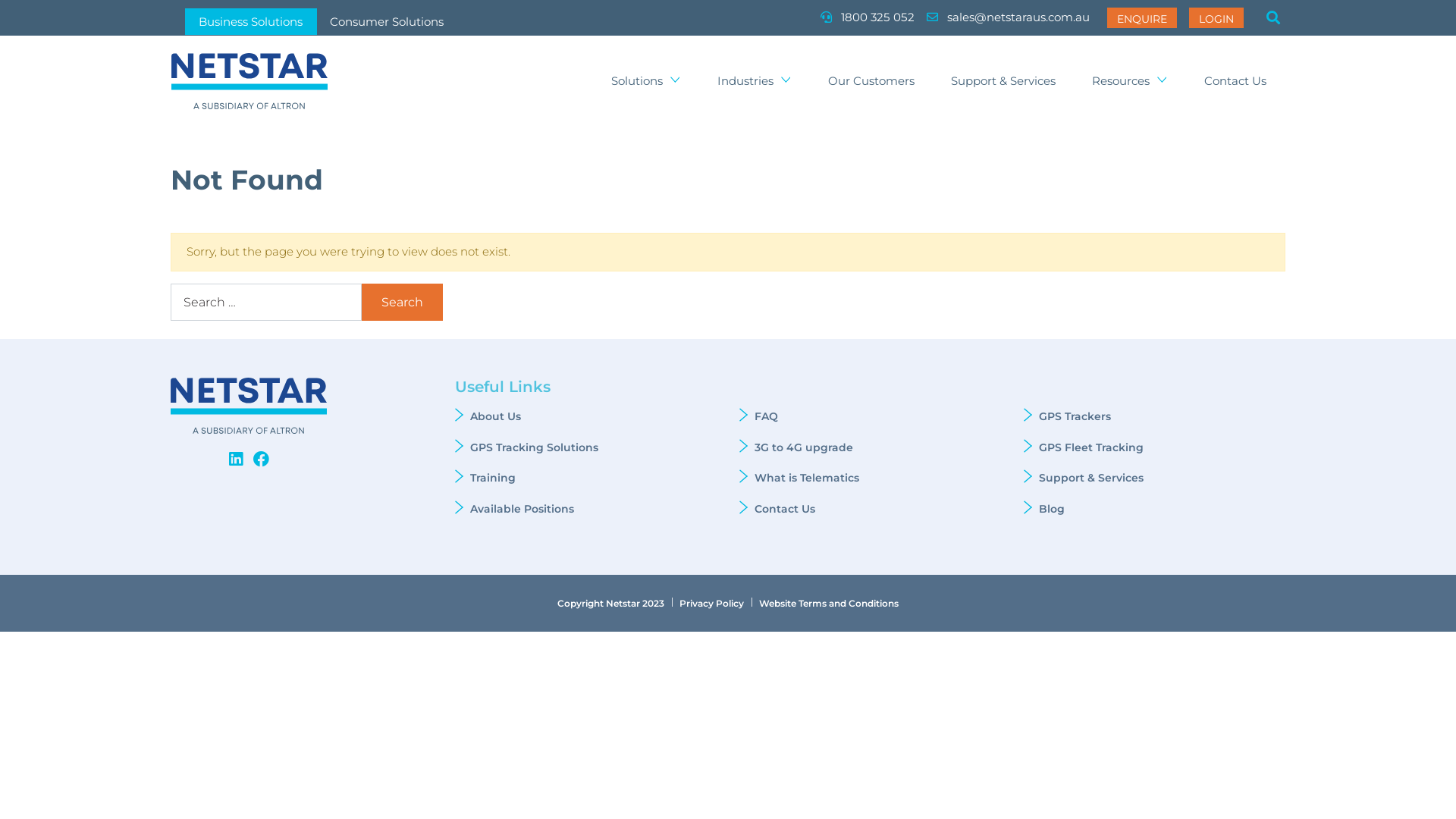 This screenshot has height=819, width=1456. What do you see at coordinates (1003, 81) in the screenshot?
I see `'Support & Services'` at bounding box center [1003, 81].